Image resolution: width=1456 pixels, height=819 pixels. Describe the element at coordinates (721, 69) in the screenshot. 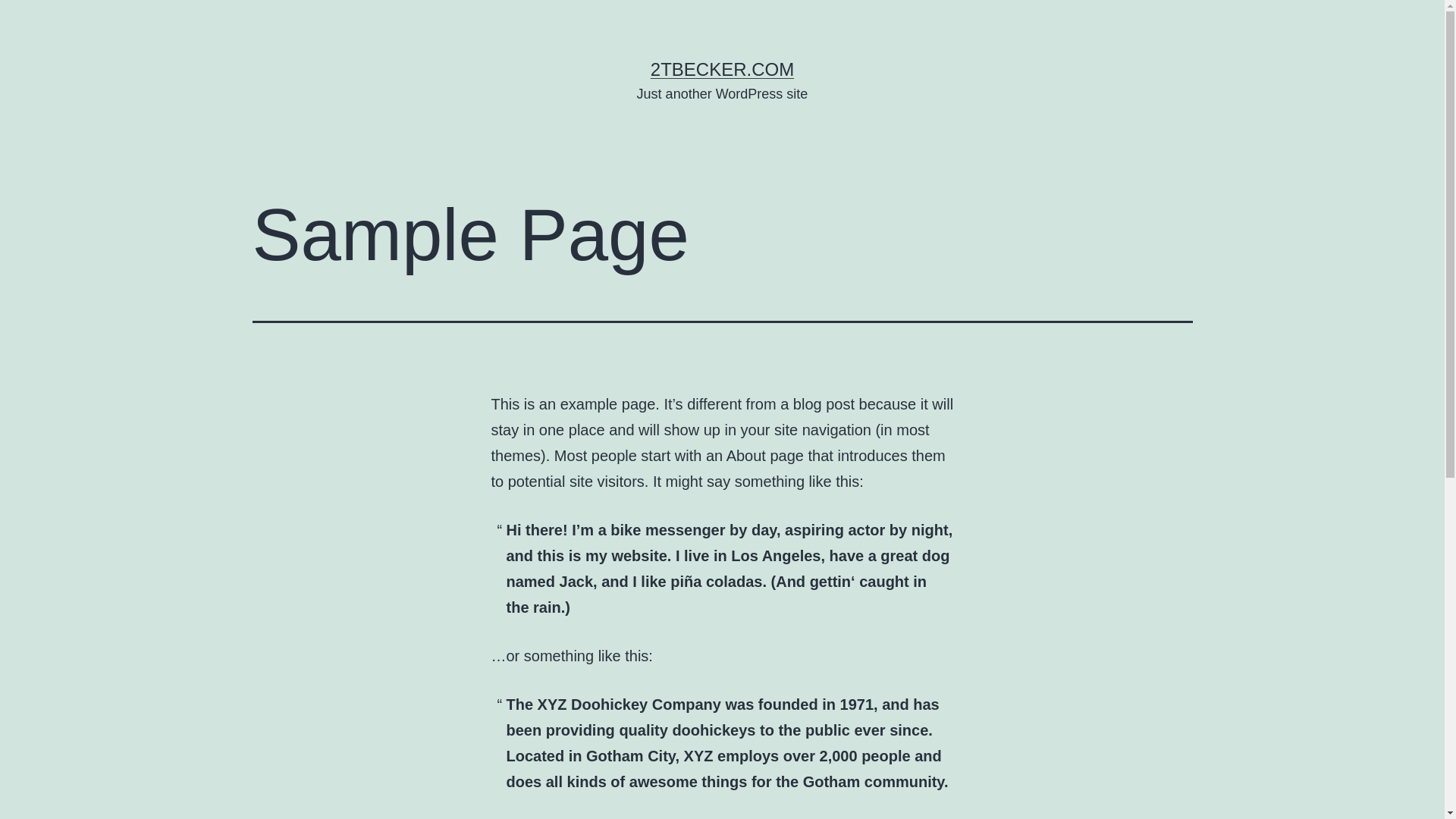

I see `'2TBECKER.COM'` at that location.